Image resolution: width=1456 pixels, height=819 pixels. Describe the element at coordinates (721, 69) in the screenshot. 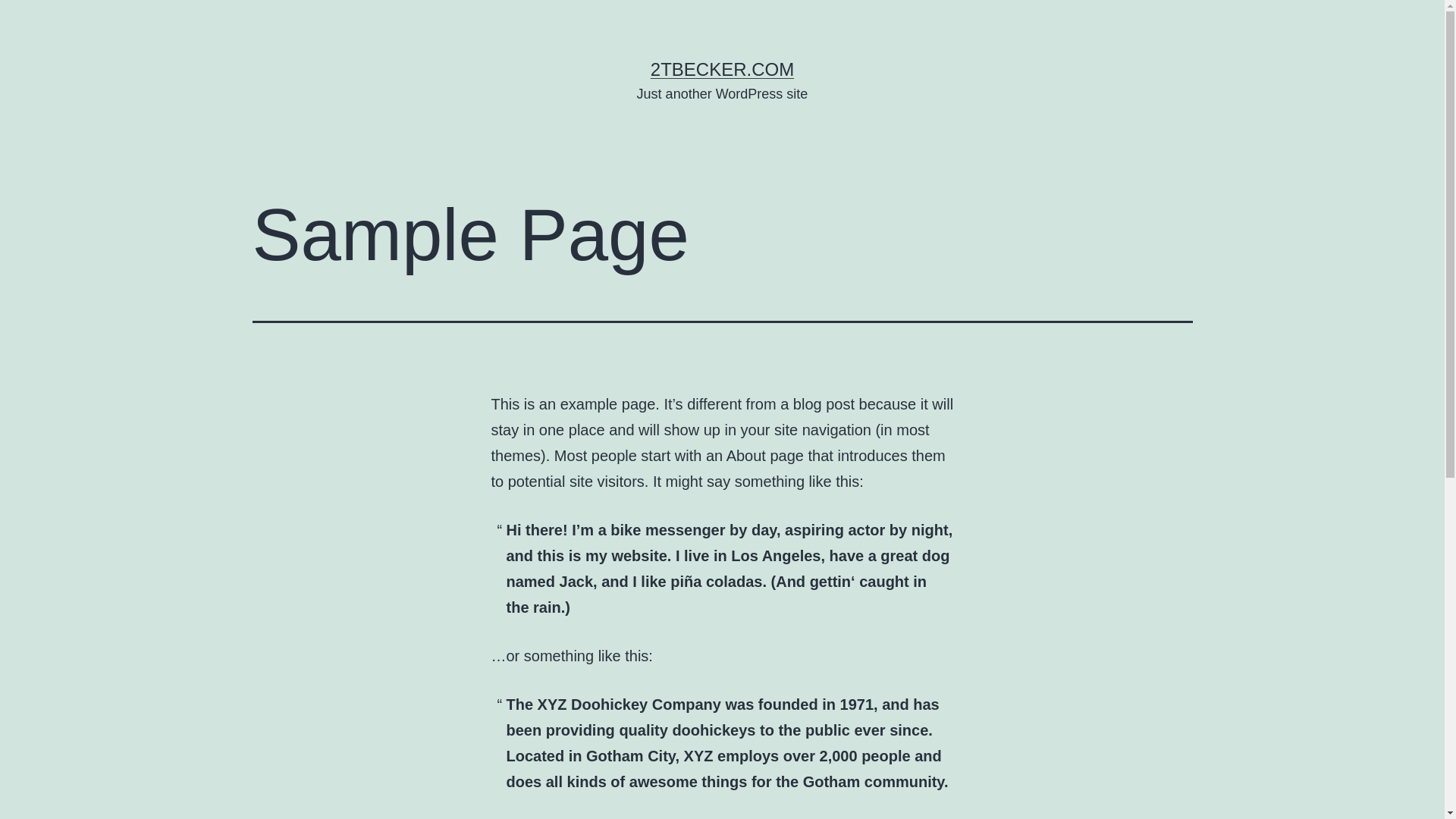

I see `'2TBECKER.COM'` at that location.